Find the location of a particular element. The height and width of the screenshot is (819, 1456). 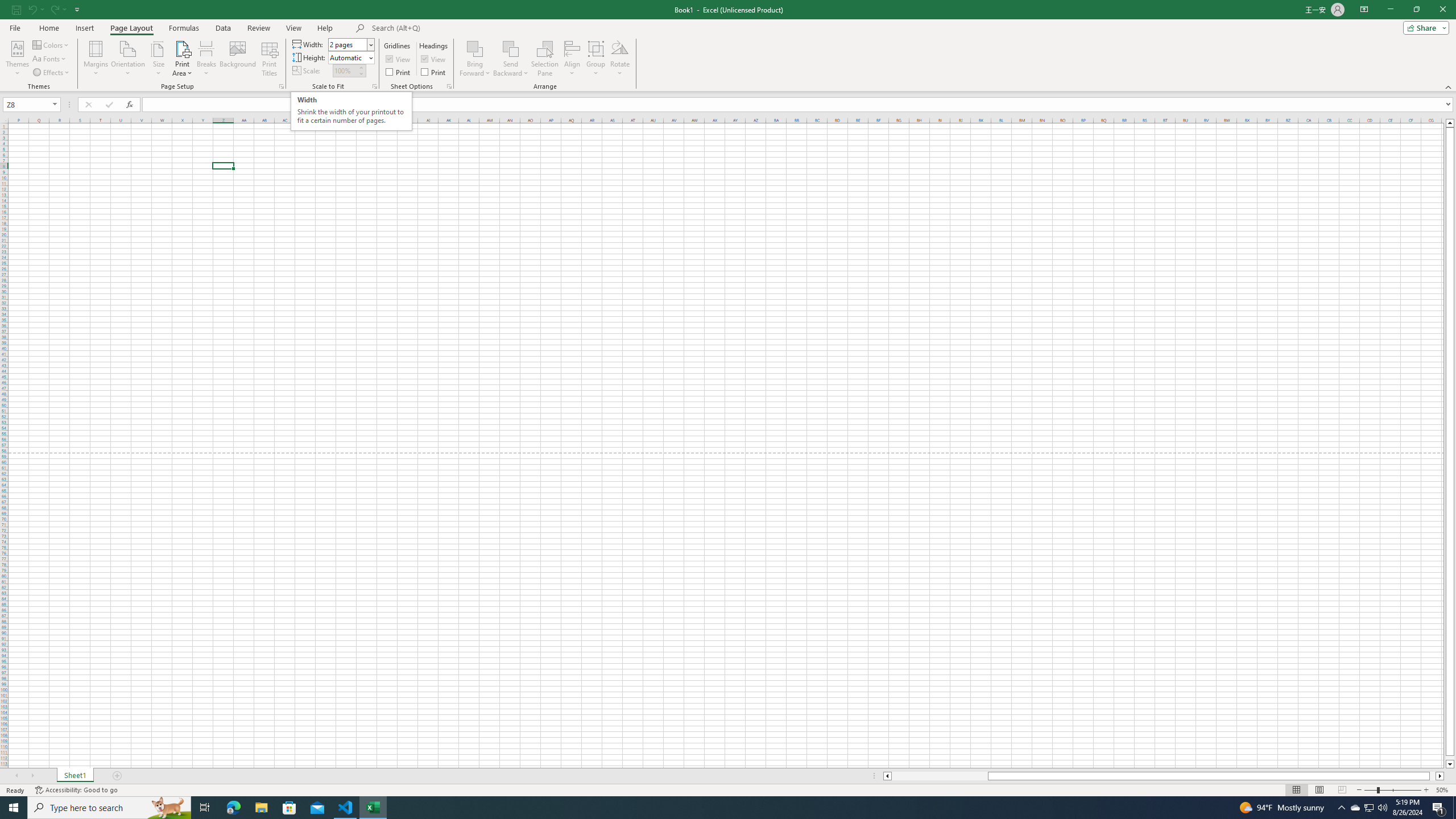

'Page left' is located at coordinates (939, 775).